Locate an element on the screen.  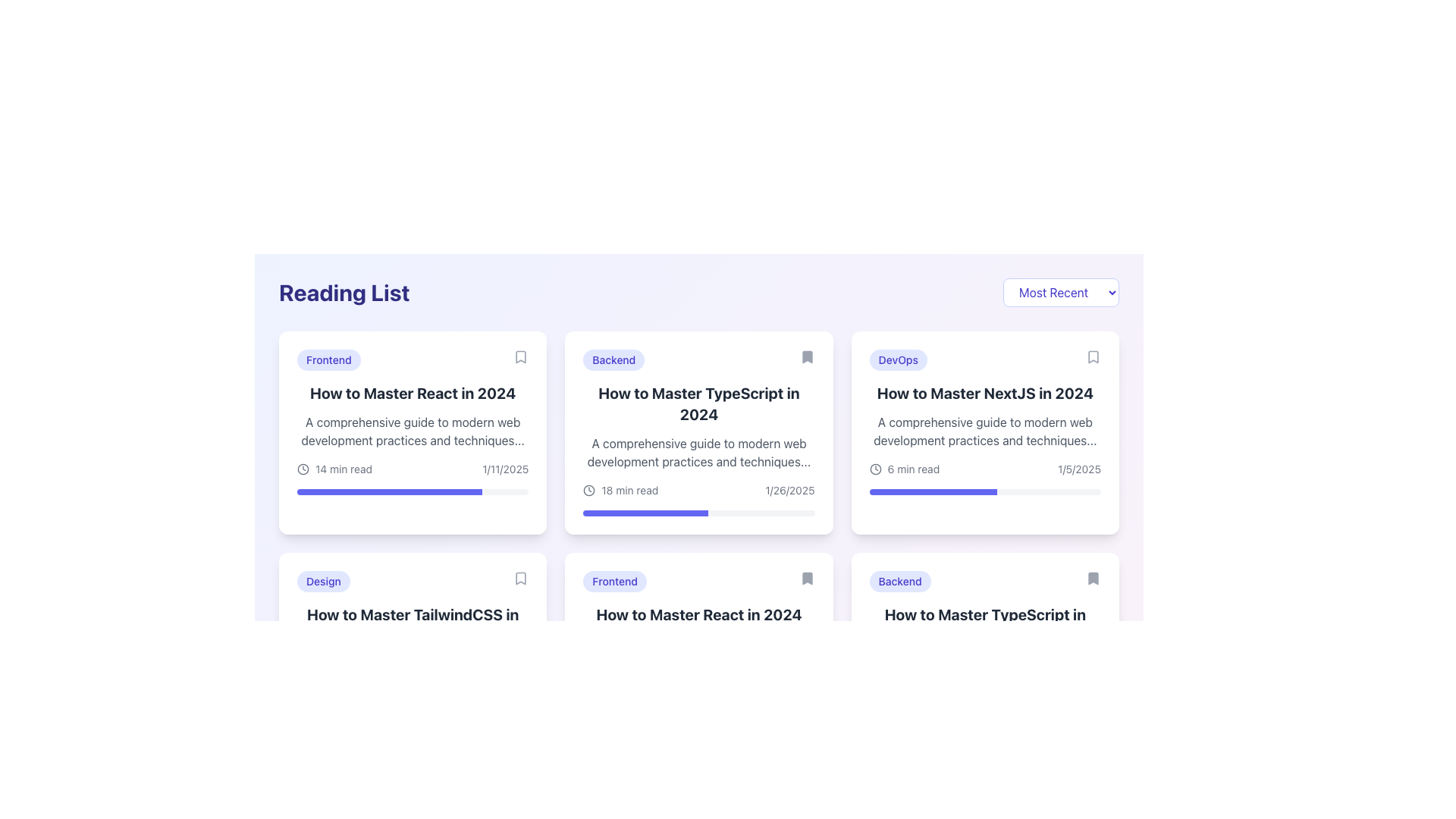
the Bookmark Button located is located at coordinates (806, 579).